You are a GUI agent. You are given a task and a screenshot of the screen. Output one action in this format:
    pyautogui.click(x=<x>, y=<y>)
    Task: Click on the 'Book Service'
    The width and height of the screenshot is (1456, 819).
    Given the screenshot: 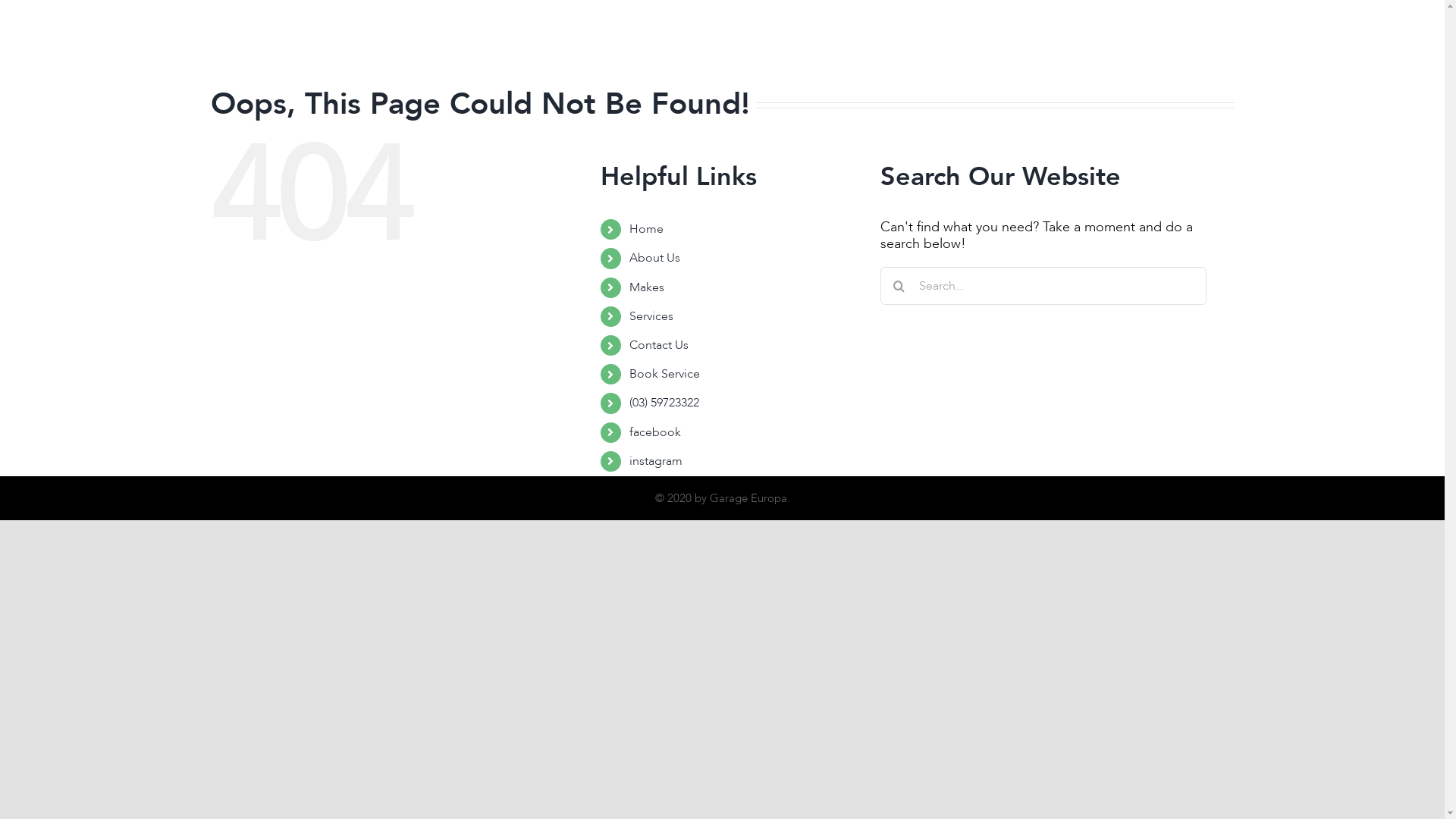 What is the action you would take?
    pyautogui.click(x=664, y=374)
    